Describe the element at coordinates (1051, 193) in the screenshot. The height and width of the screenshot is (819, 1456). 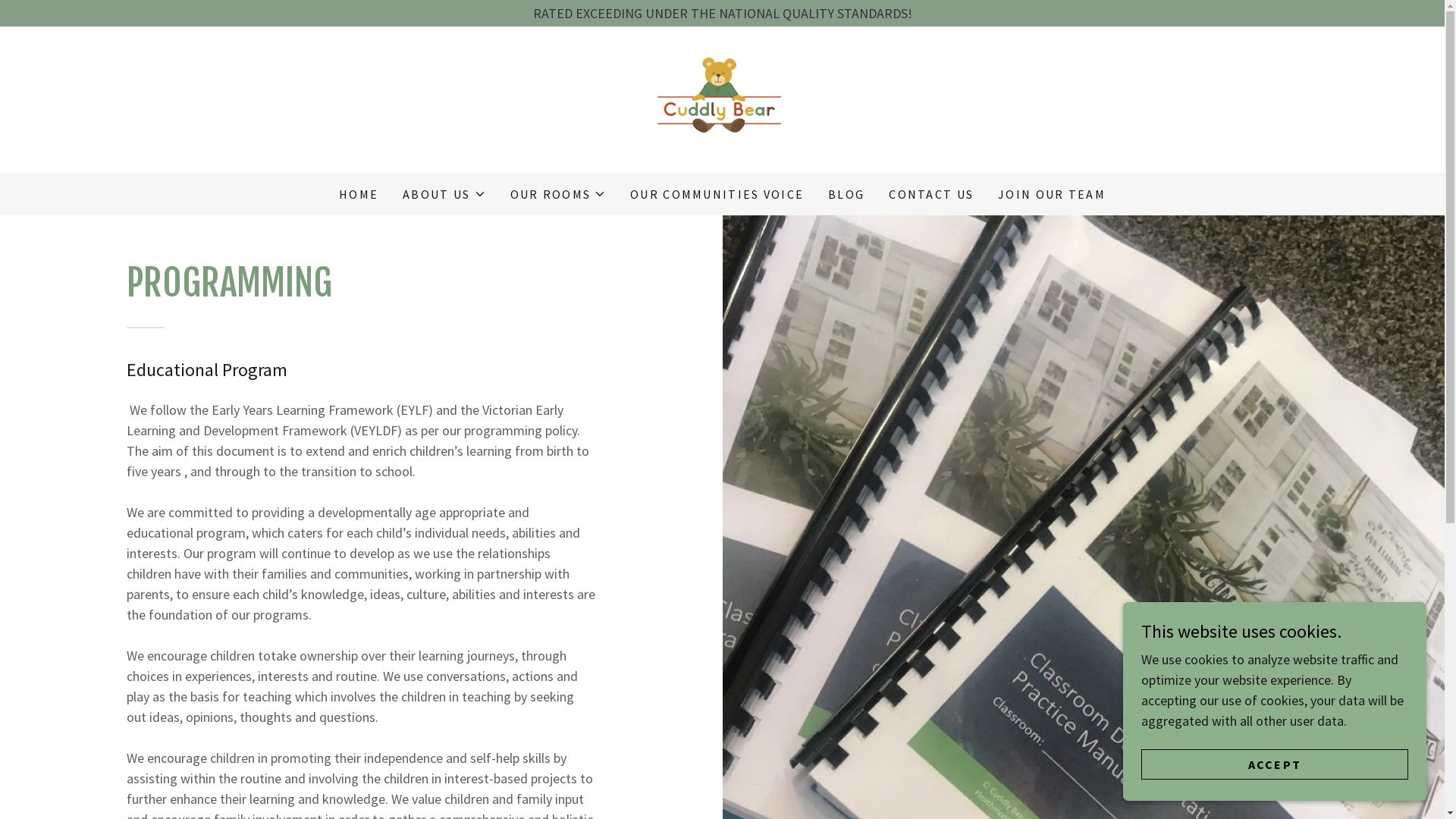
I see `'JOIN OUR TEAM'` at that location.